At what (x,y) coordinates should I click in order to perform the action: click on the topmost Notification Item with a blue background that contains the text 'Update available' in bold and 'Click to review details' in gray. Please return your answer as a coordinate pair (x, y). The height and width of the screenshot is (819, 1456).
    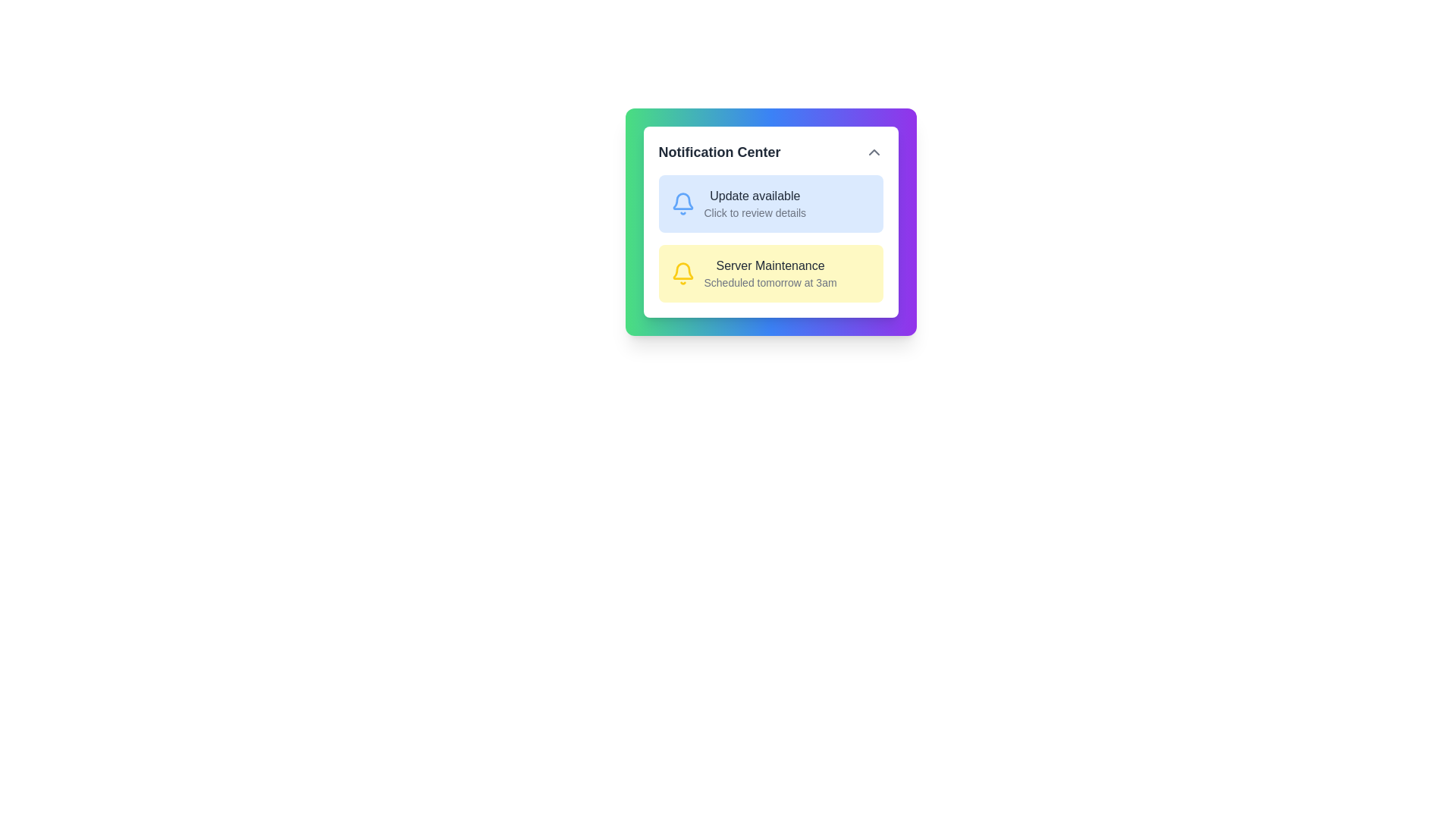
    Looking at the image, I should click on (755, 203).